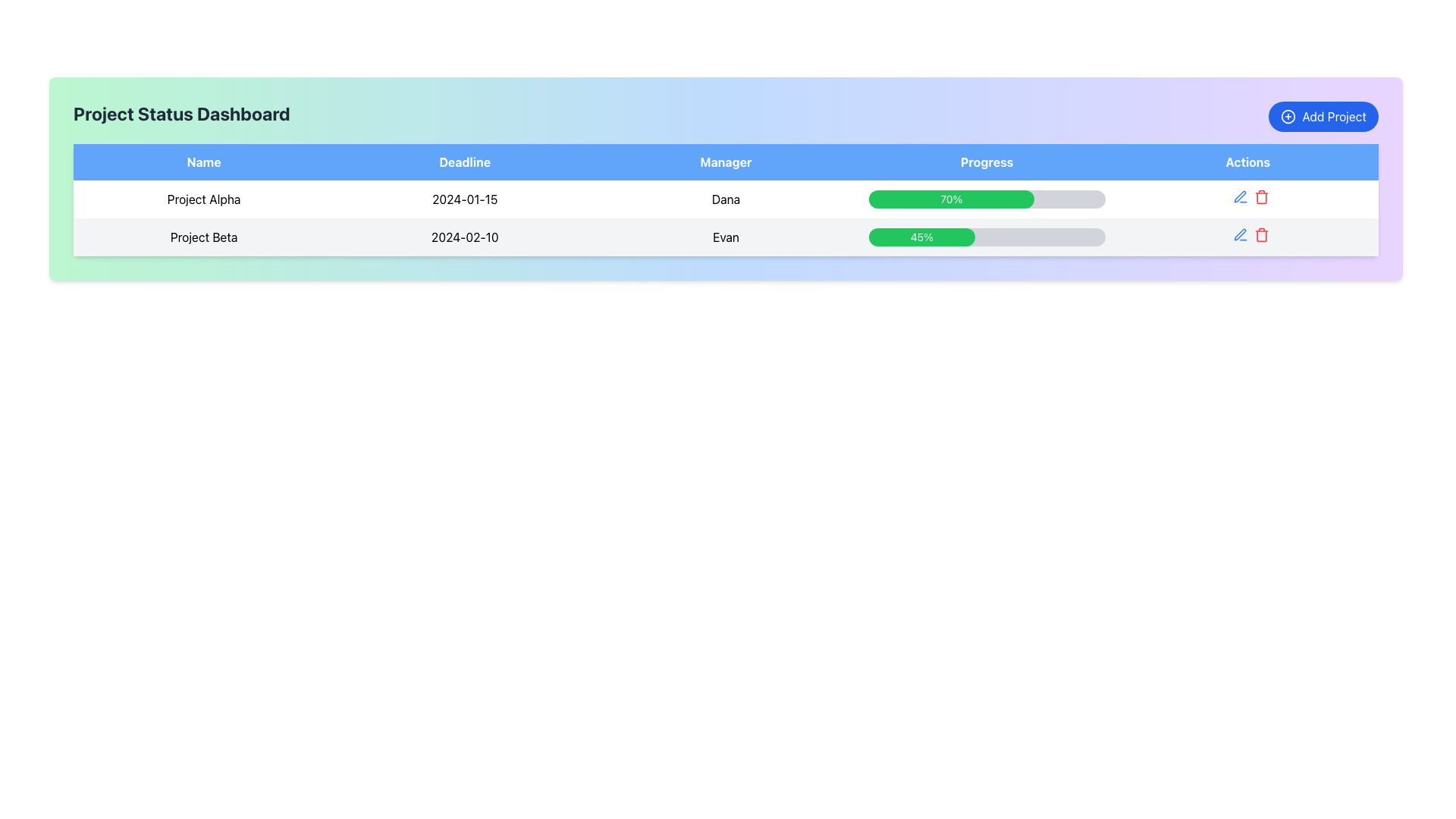 Image resolution: width=1456 pixels, height=819 pixels. Describe the element at coordinates (987, 198) in the screenshot. I see `displayed progress value of the horizontal progress bar labeled '70%' in the first row of the 'Progress' column` at that location.